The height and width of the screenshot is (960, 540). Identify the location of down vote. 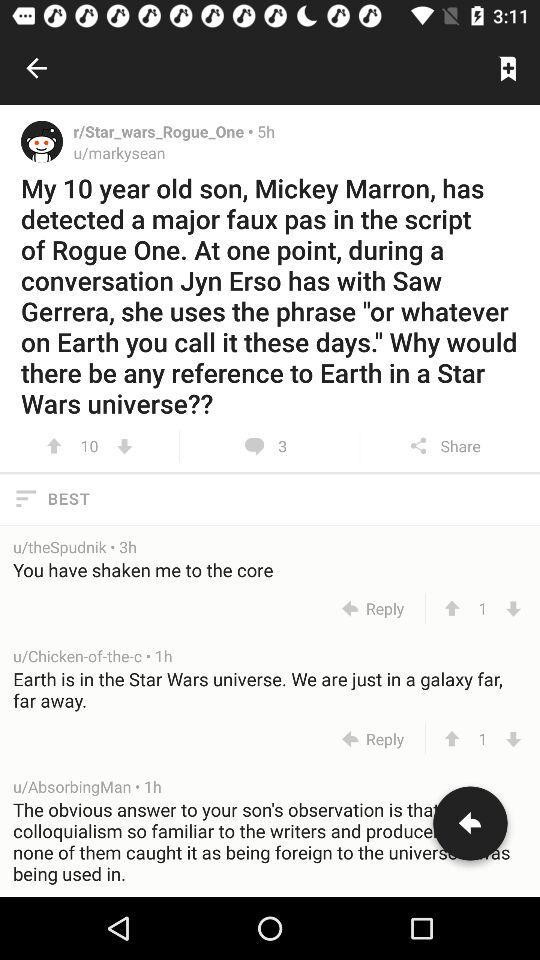
(124, 446).